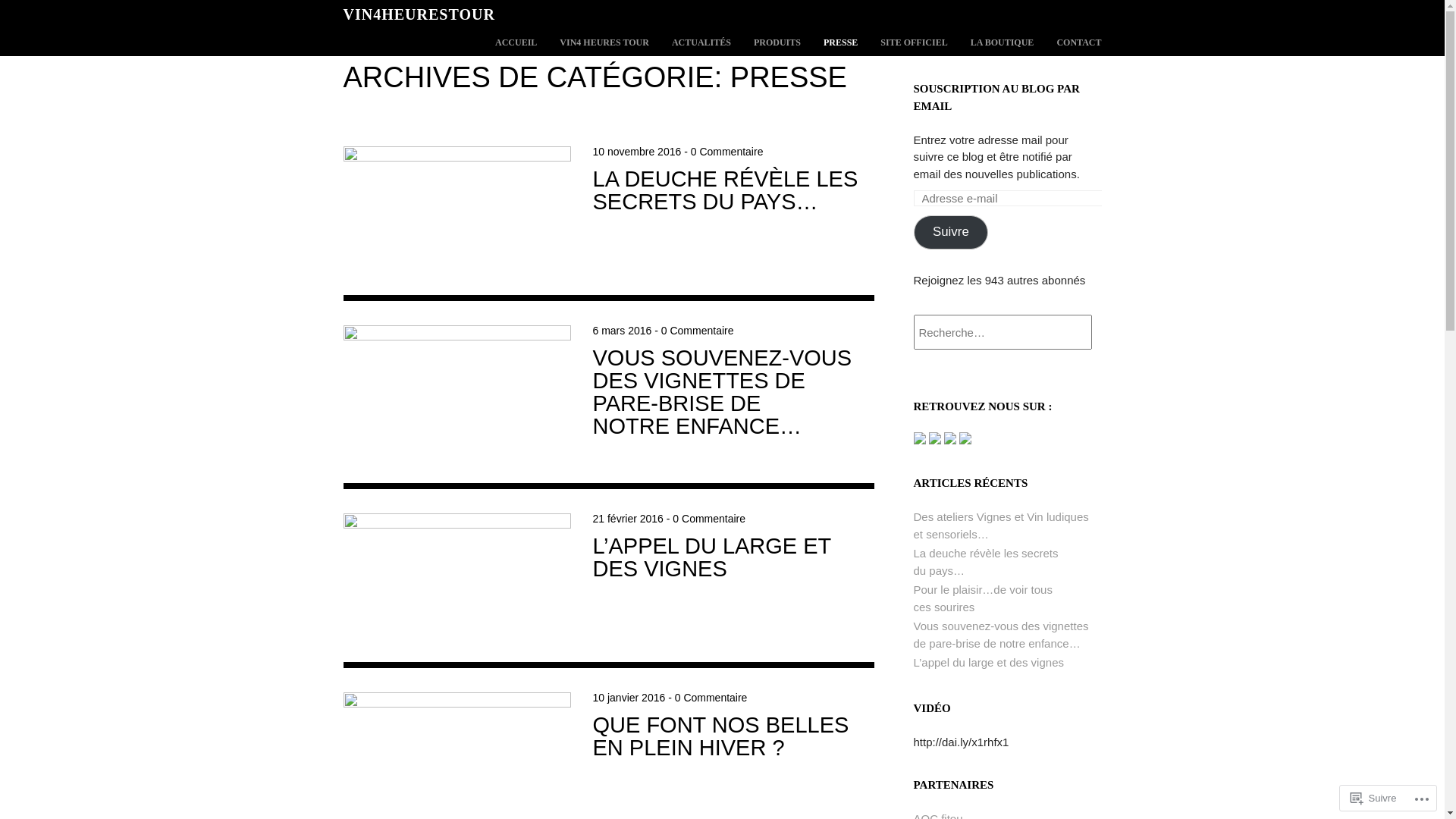  I want to click on 'VIN4 HEURES TOUR', so click(603, 42).